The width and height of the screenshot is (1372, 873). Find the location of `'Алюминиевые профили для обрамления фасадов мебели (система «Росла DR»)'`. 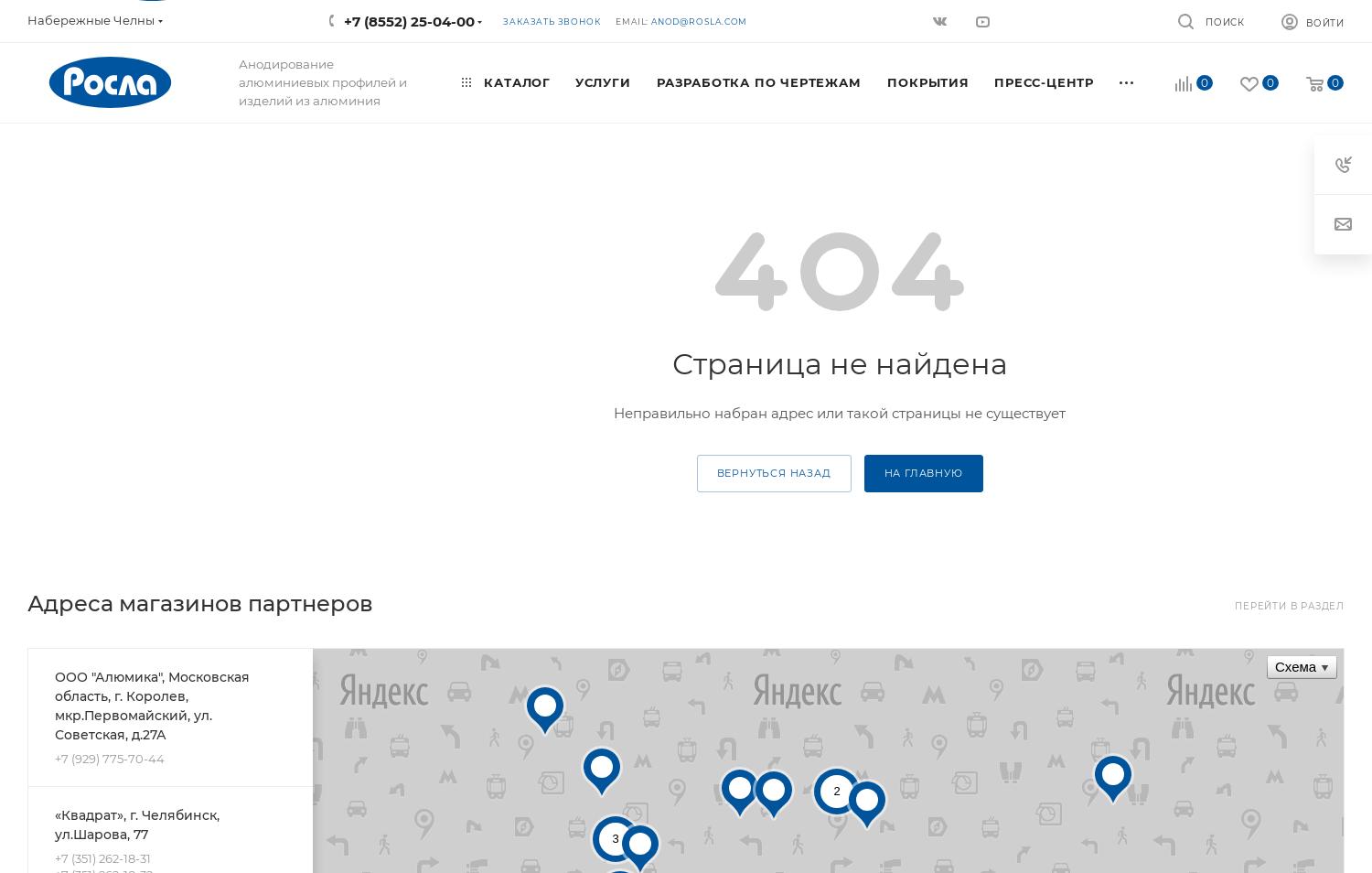

'Алюминиевые профили для обрамления фасадов мебели (система «Росла DR»)' is located at coordinates (776, 265).